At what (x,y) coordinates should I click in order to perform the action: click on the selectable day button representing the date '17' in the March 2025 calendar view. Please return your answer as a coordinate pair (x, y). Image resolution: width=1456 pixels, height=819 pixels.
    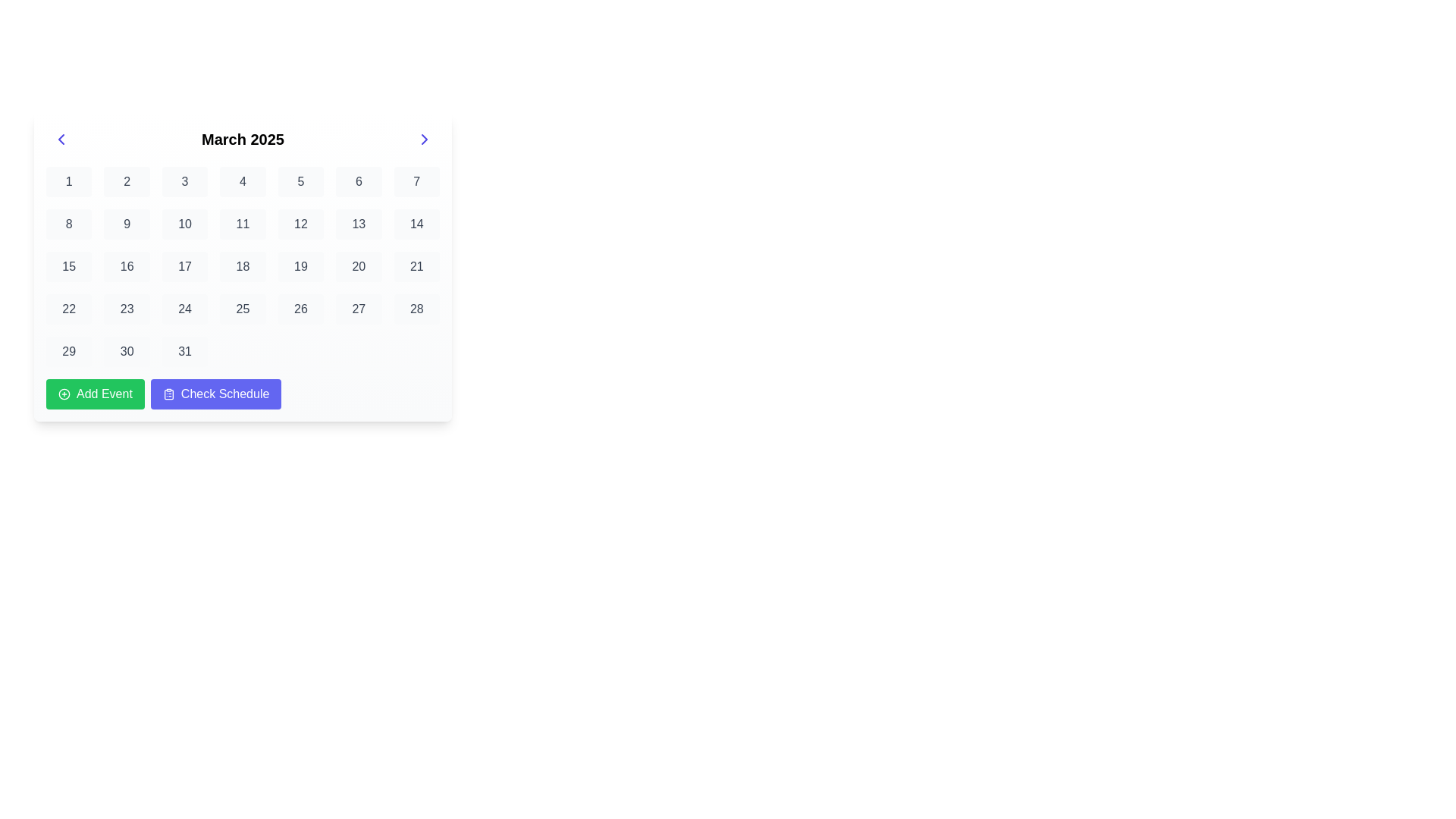
    Looking at the image, I should click on (184, 265).